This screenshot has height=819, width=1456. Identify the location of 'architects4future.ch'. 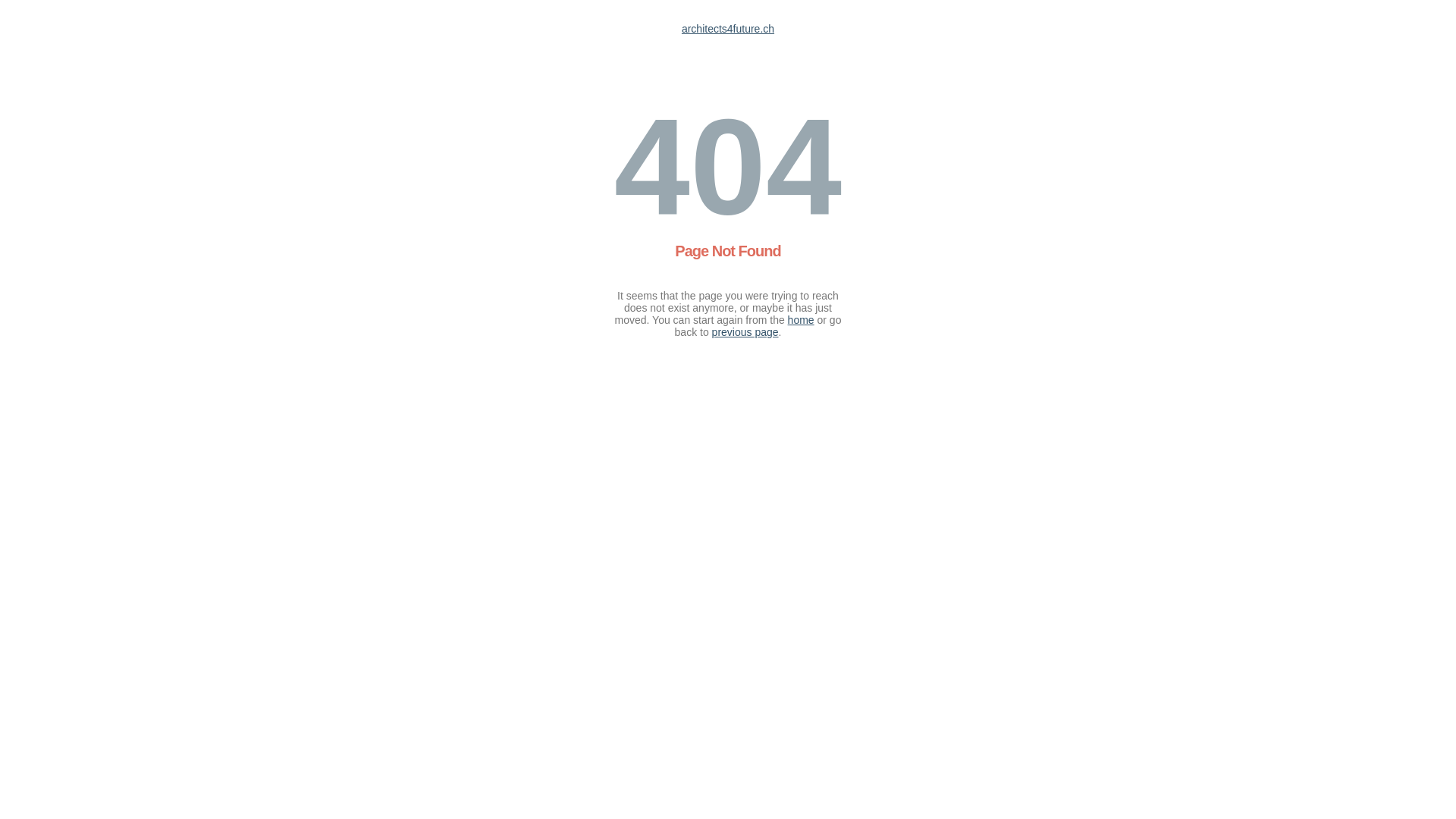
(728, 29).